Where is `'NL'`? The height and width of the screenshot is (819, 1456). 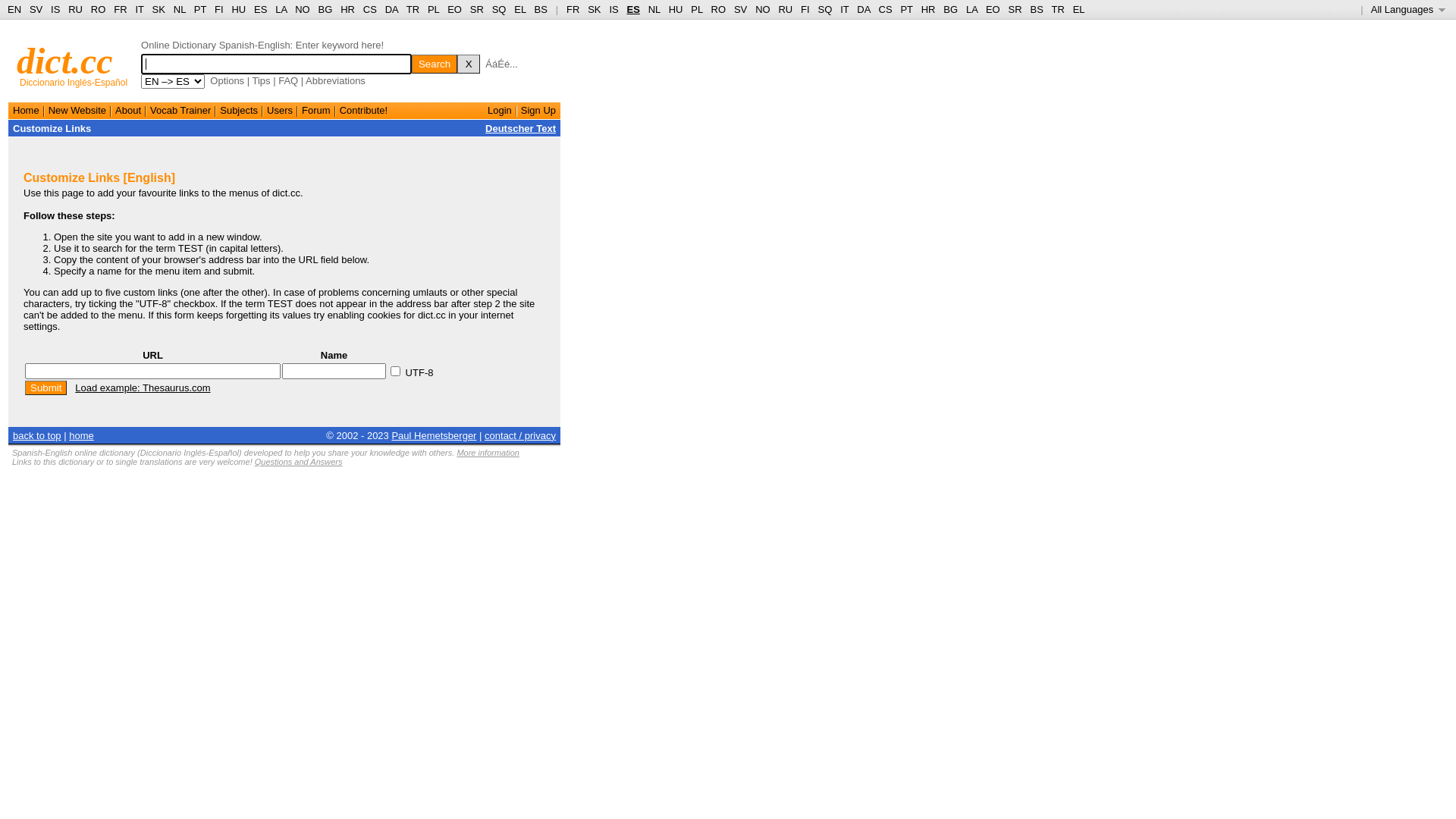
'NL' is located at coordinates (654, 9).